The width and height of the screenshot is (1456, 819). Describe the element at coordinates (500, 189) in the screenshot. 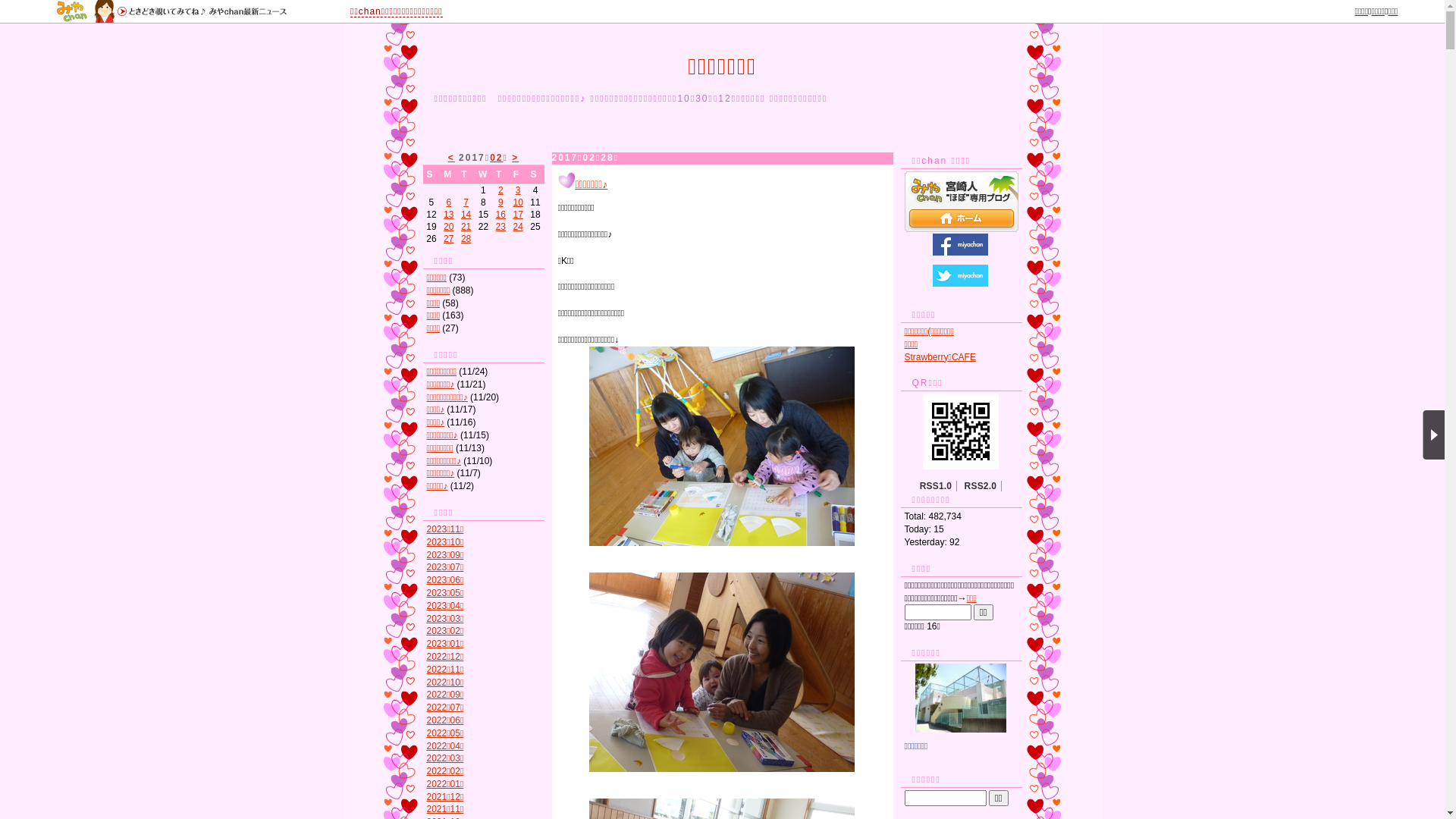

I see `'2'` at that location.